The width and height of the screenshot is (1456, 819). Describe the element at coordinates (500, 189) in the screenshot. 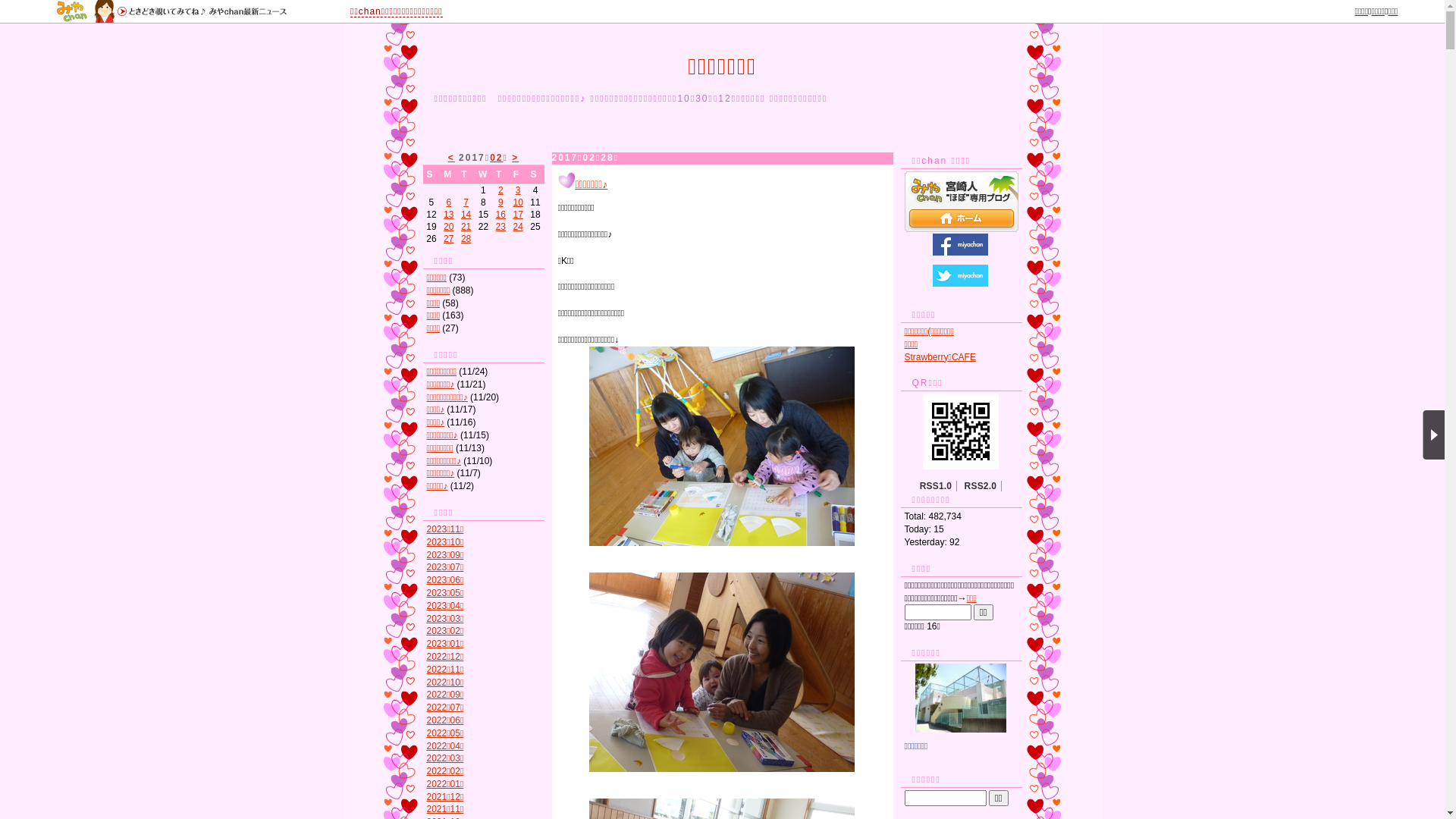

I see `'2'` at that location.